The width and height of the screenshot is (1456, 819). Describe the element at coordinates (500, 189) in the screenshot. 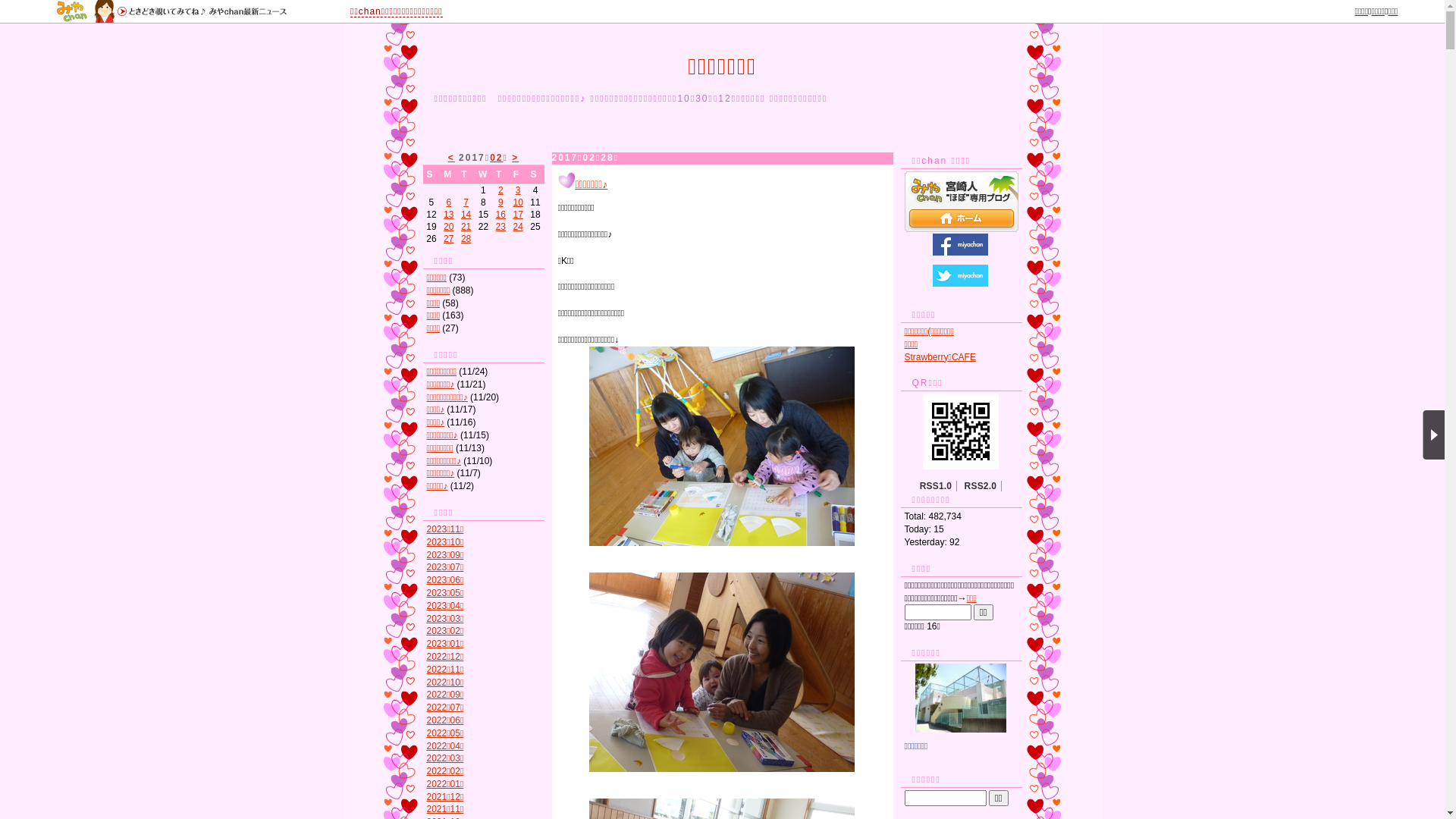

I see `'2'` at that location.